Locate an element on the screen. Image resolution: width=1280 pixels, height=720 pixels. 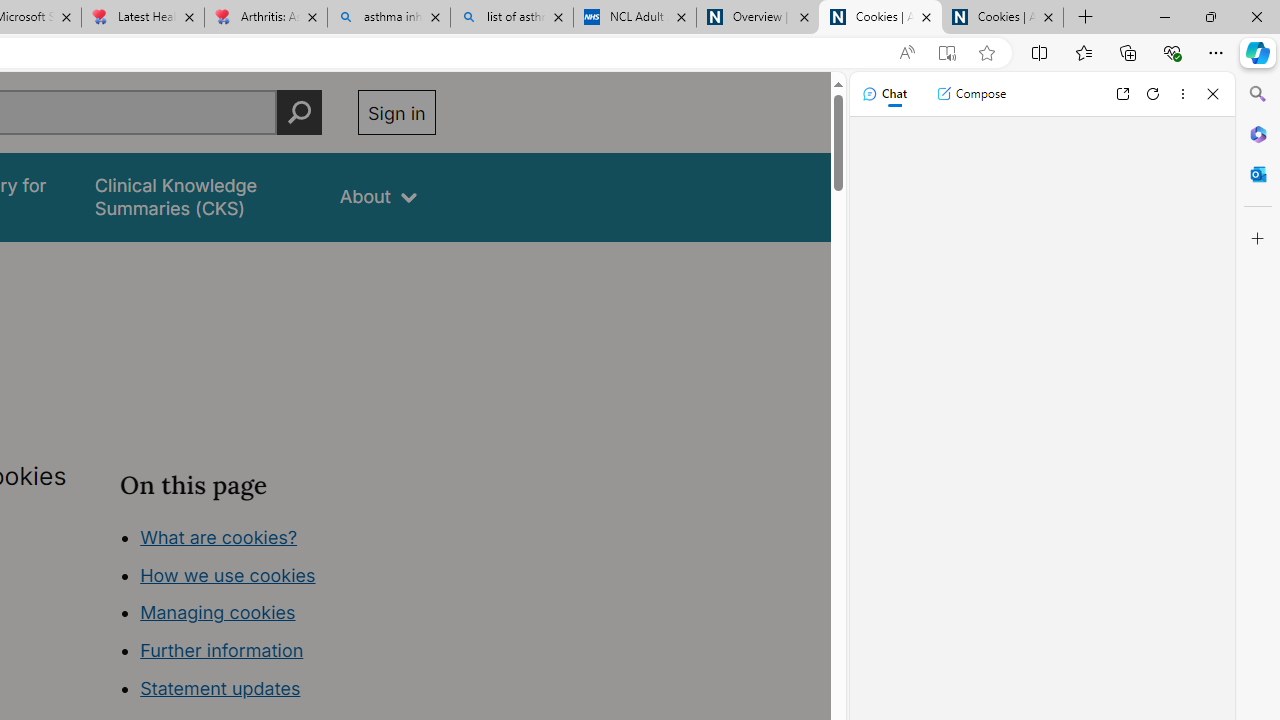
'Further information' is located at coordinates (222, 650).